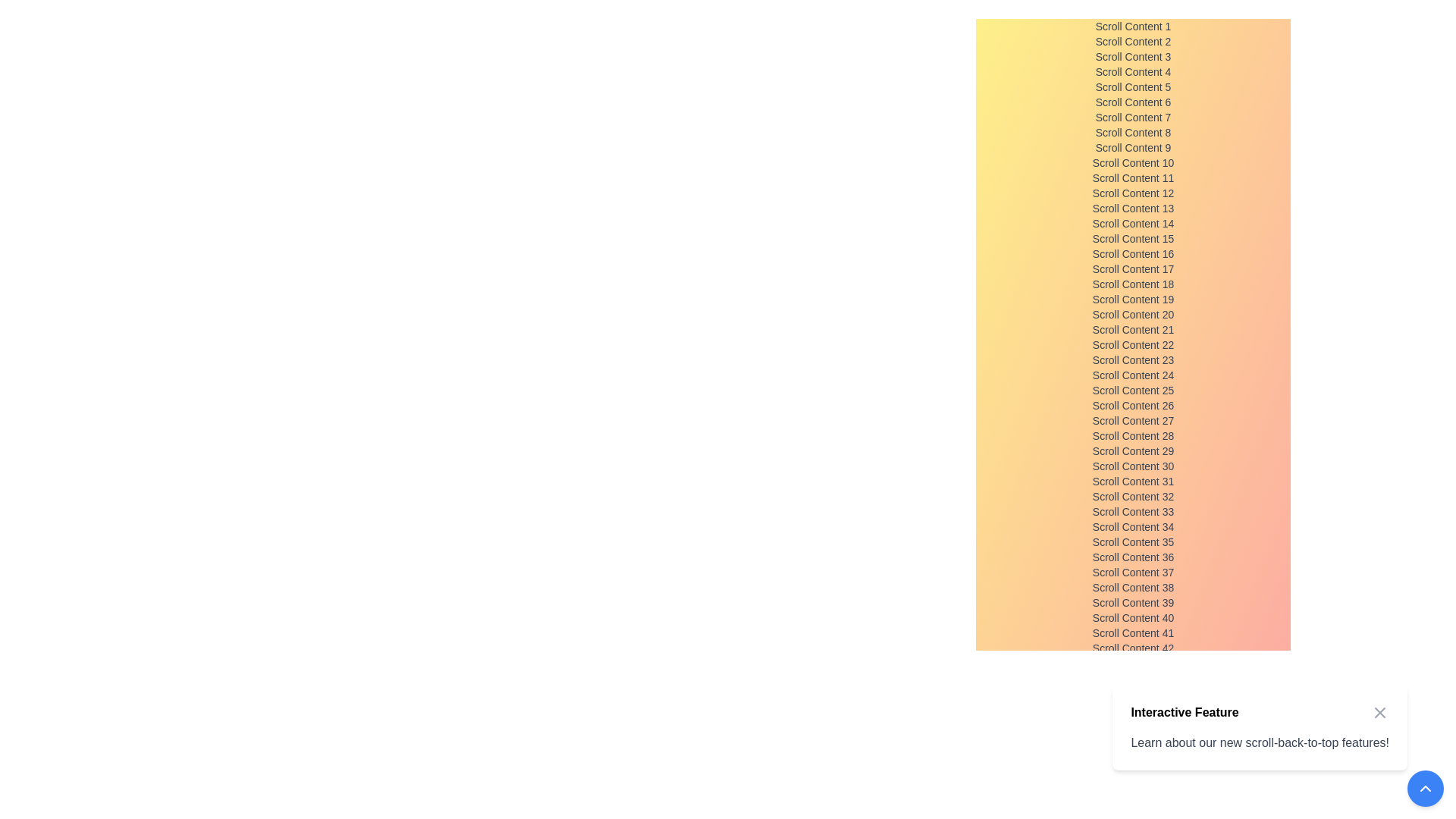  Describe the element at coordinates (1133, 26) in the screenshot. I see `the text element labeled 'Scroll Content 1' which is the first item in a vertically scrollable list, styled in small gray font` at that location.